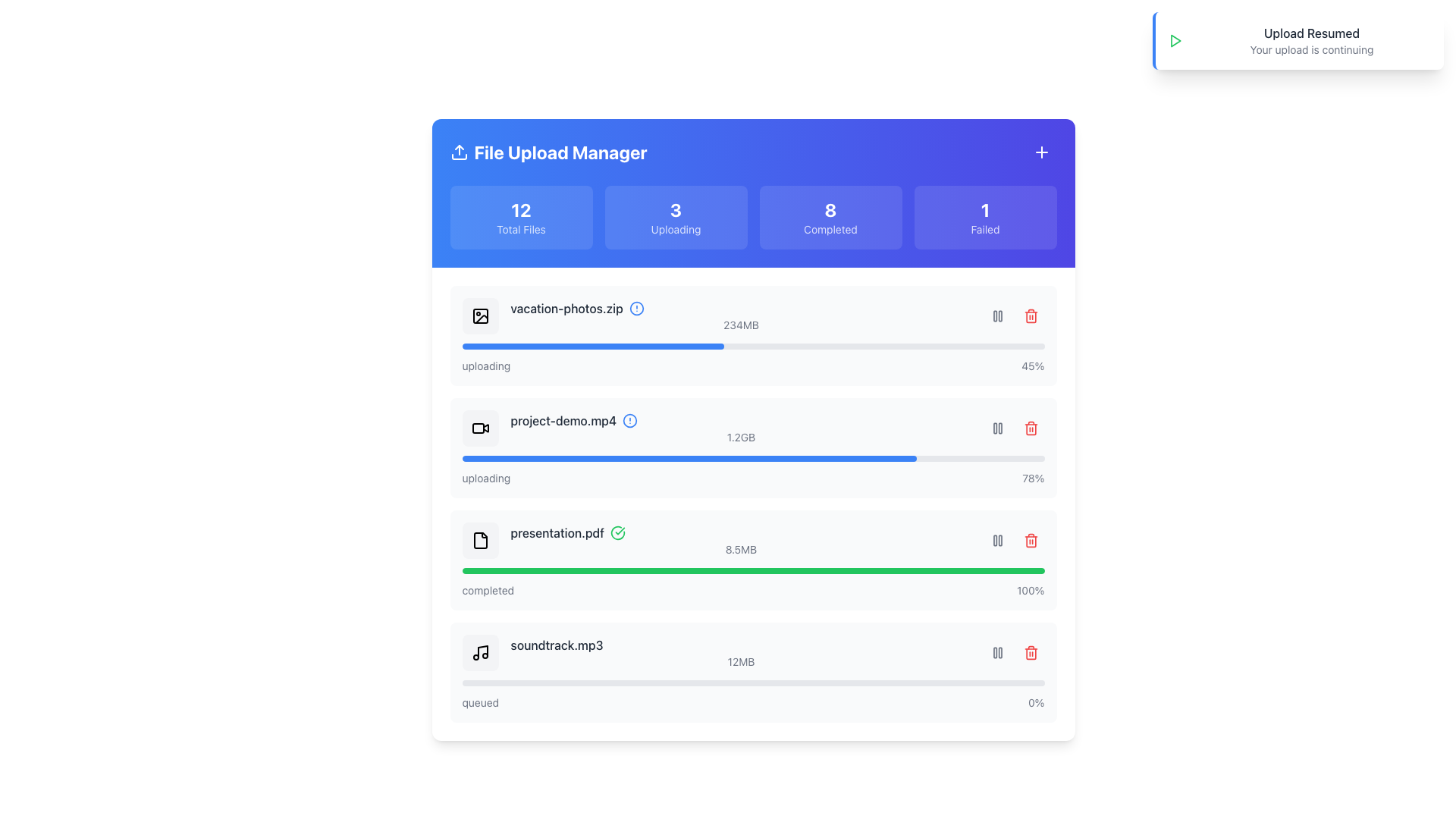 This screenshot has height=819, width=1456. I want to click on the text label displaying '100%' which indicates a completed task, located adjacent to the label 'completed', so click(1031, 590).